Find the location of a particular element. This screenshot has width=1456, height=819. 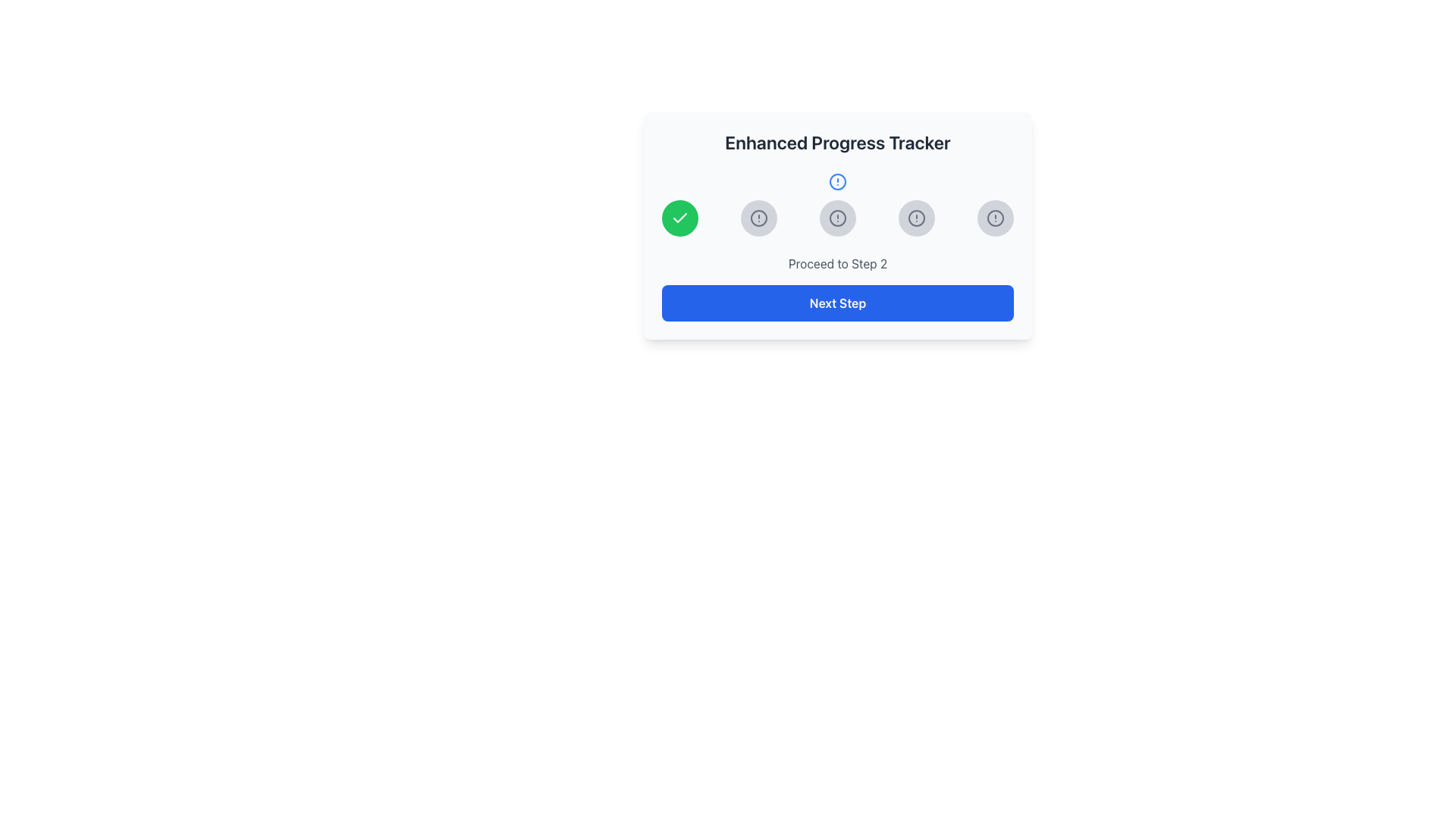

the circular status indicator button with a green background and a white checkmark icon, which is the first button in a horizontal sequence of status indicators in the progress tracker layout is located at coordinates (679, 218).